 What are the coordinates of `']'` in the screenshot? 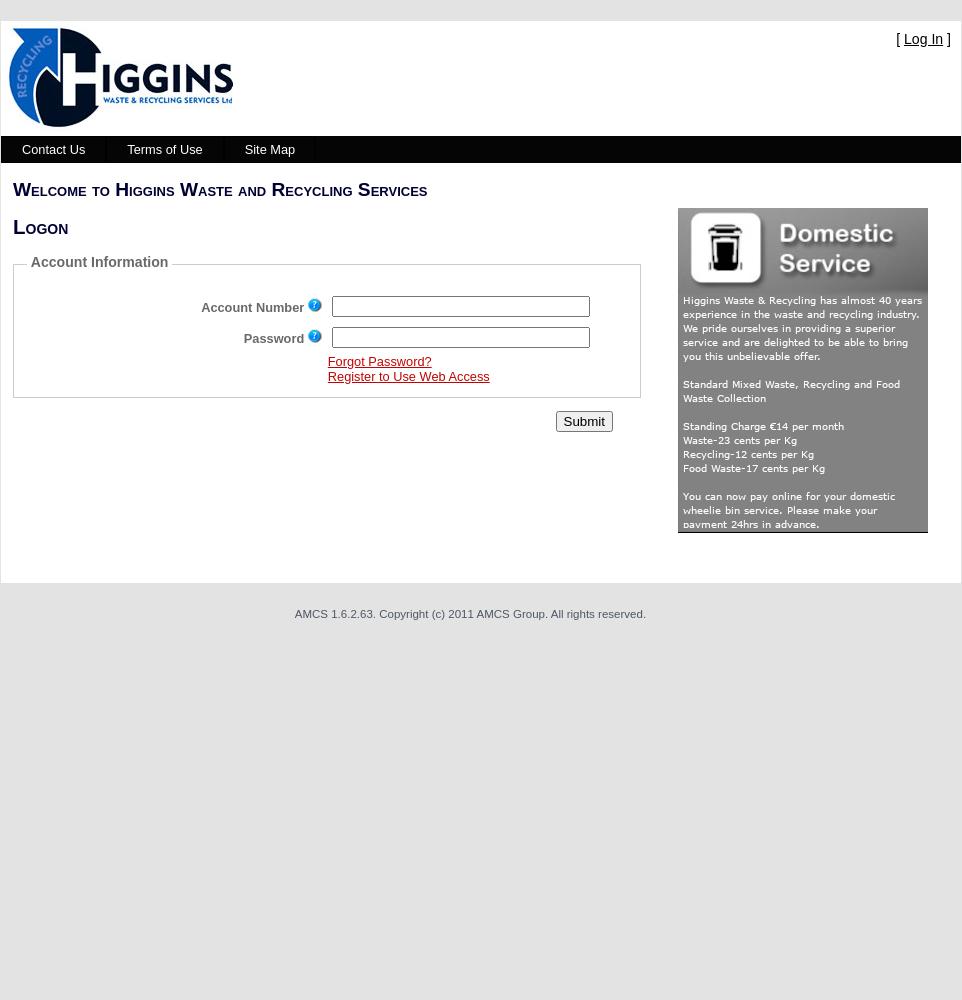 It's located at (942, 39).